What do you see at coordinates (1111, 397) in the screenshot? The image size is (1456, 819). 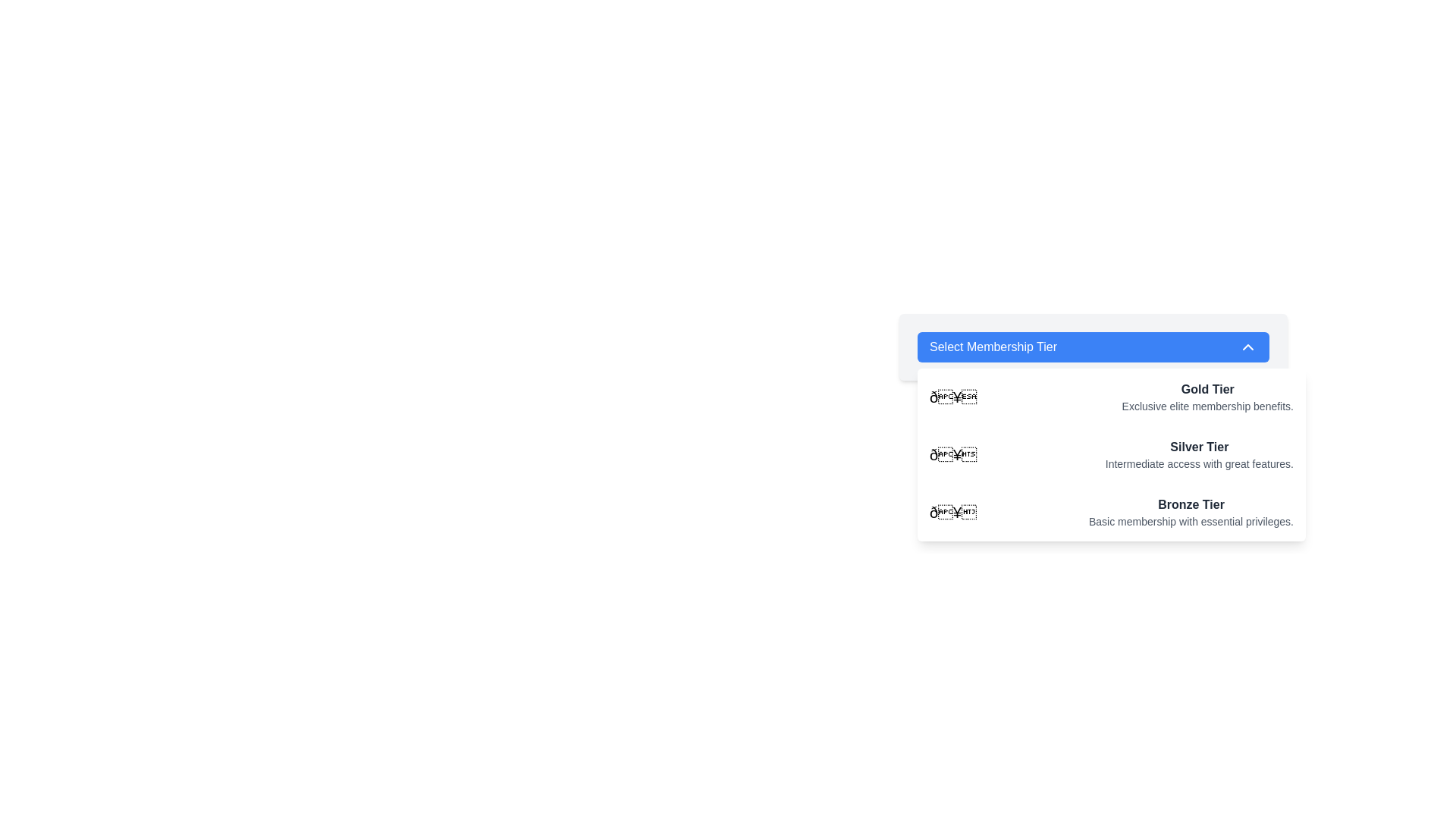 I see `the 'Gold Tier' membership option in the dropdown menu, which is the first item in the list below the 'Select Membership Tier' button` at bounding box center [1111, 397].